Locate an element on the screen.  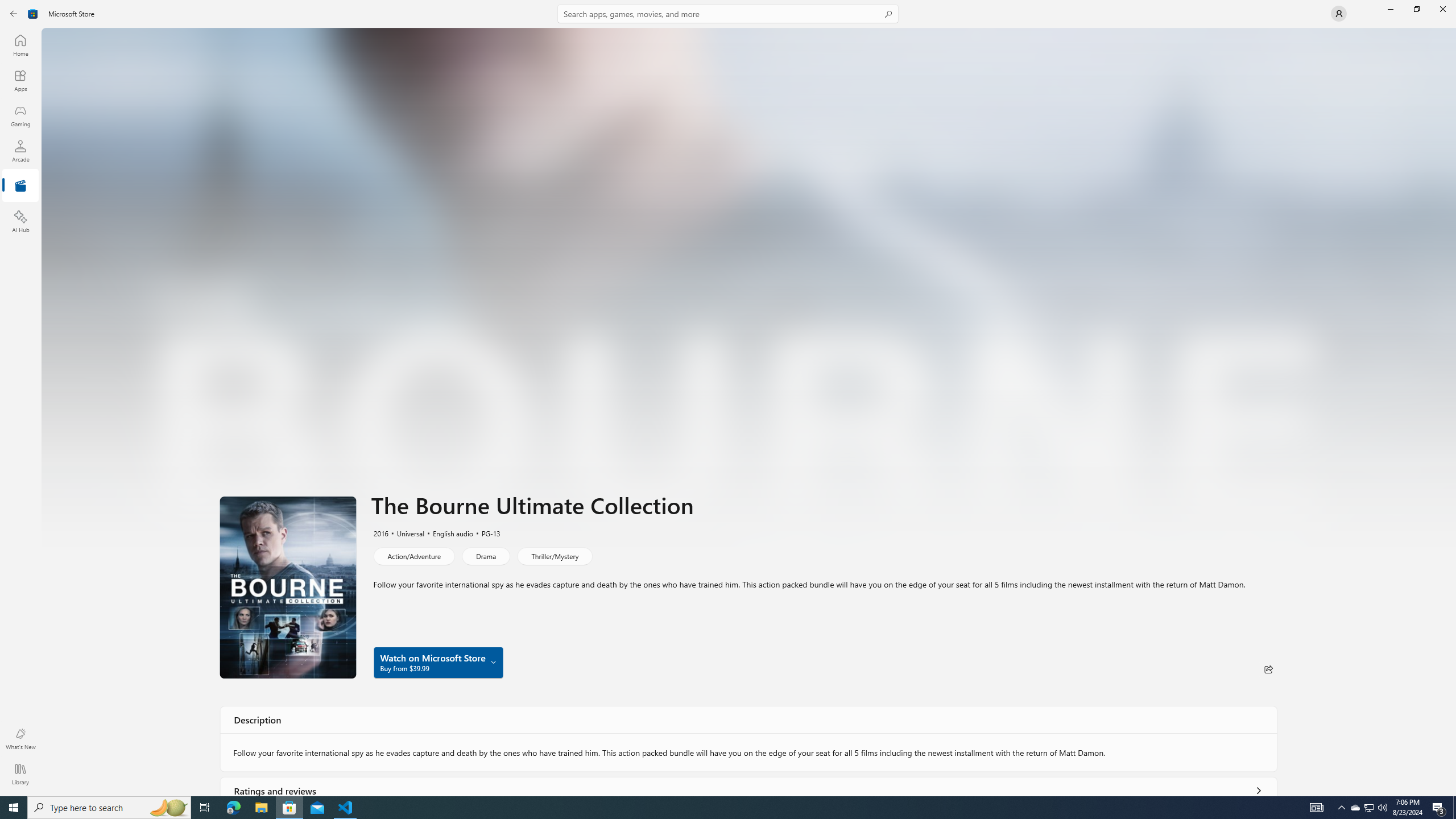
'Show all ratings and reviews' is located at coordinates (1259, 788).